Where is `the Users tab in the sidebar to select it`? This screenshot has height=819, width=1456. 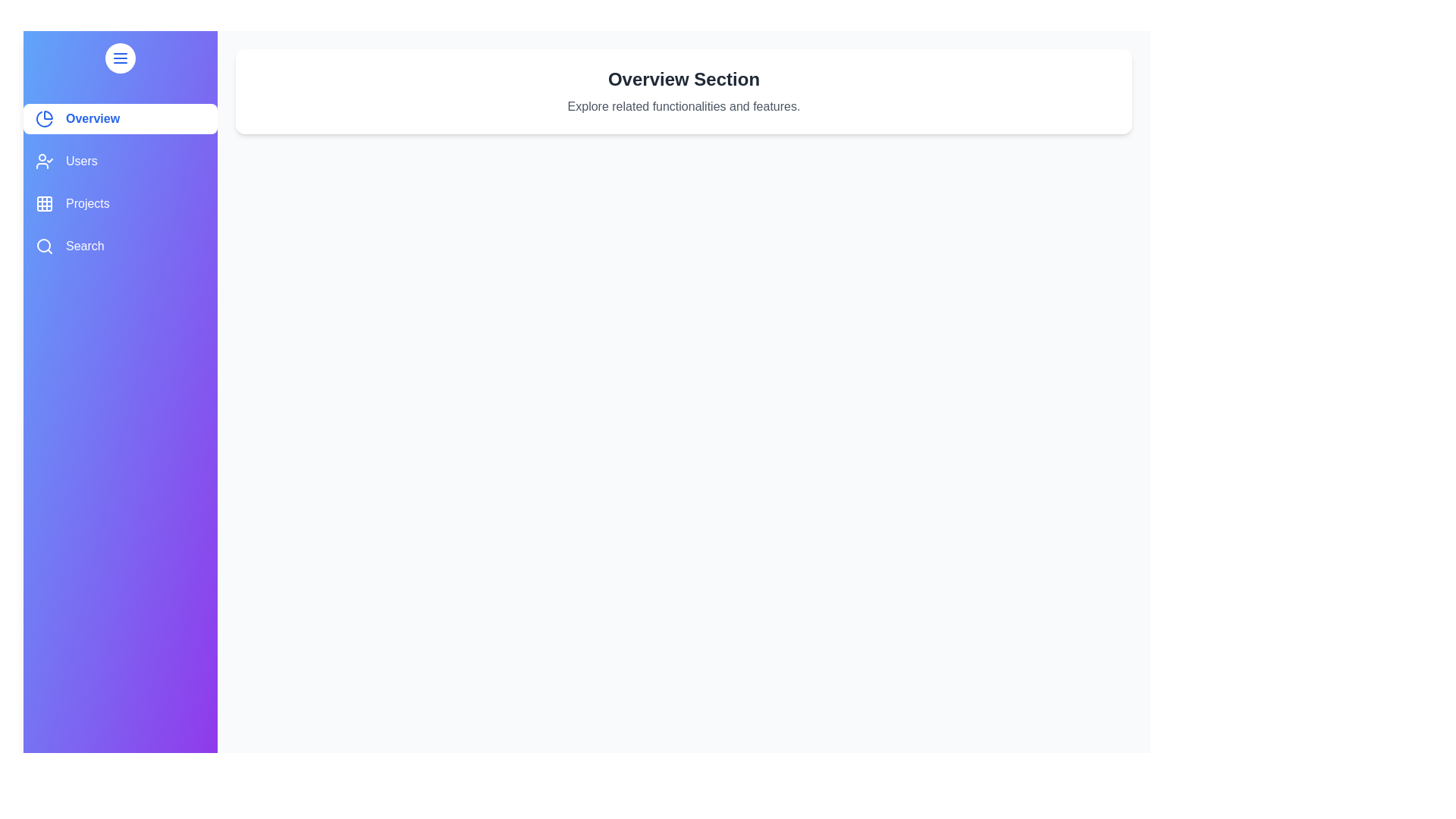 the Users tab in the sidebar to select it is located at coordinates (119, 161).